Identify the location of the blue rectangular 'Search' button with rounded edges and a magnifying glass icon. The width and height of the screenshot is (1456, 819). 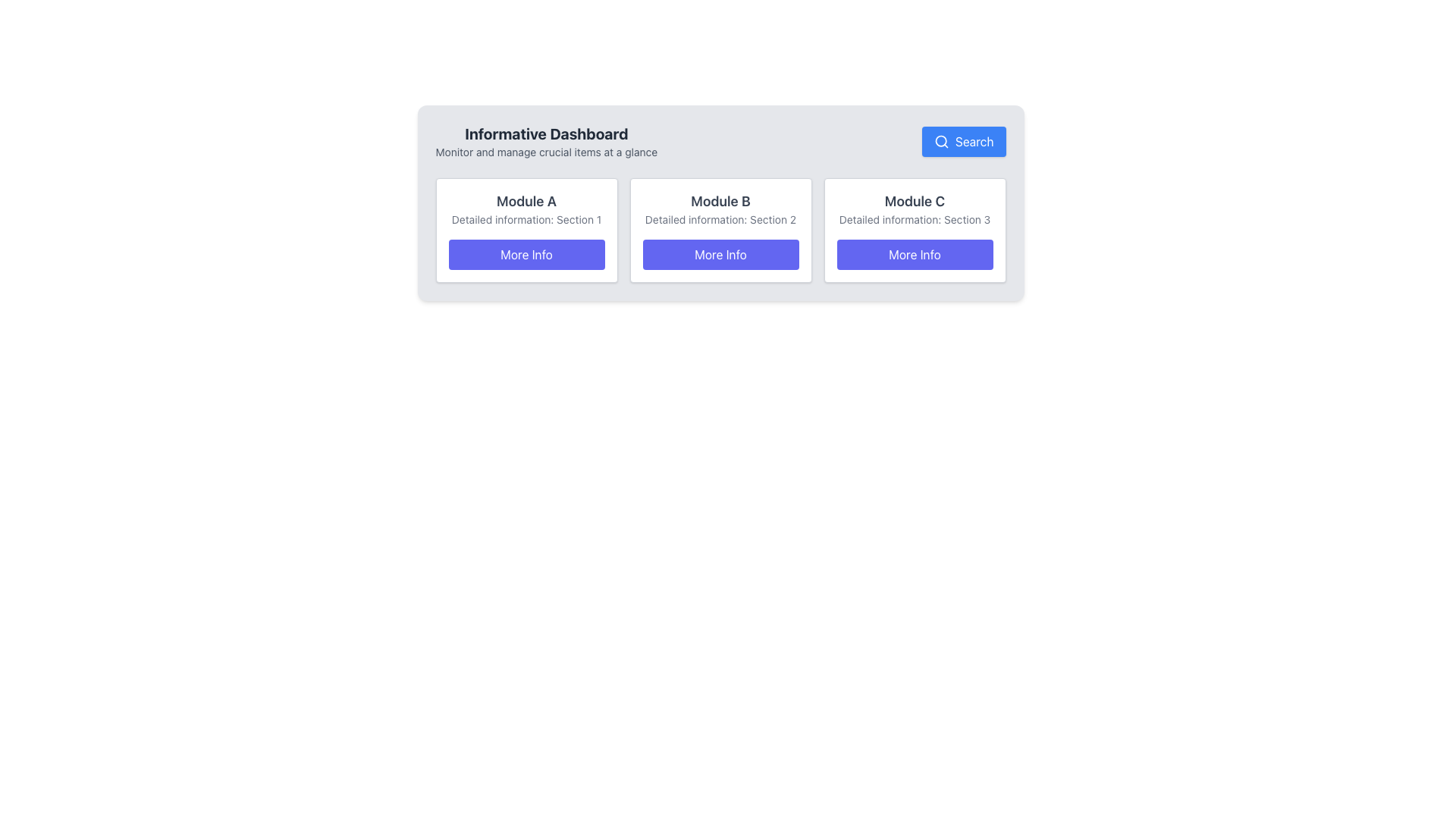
(963, 141).